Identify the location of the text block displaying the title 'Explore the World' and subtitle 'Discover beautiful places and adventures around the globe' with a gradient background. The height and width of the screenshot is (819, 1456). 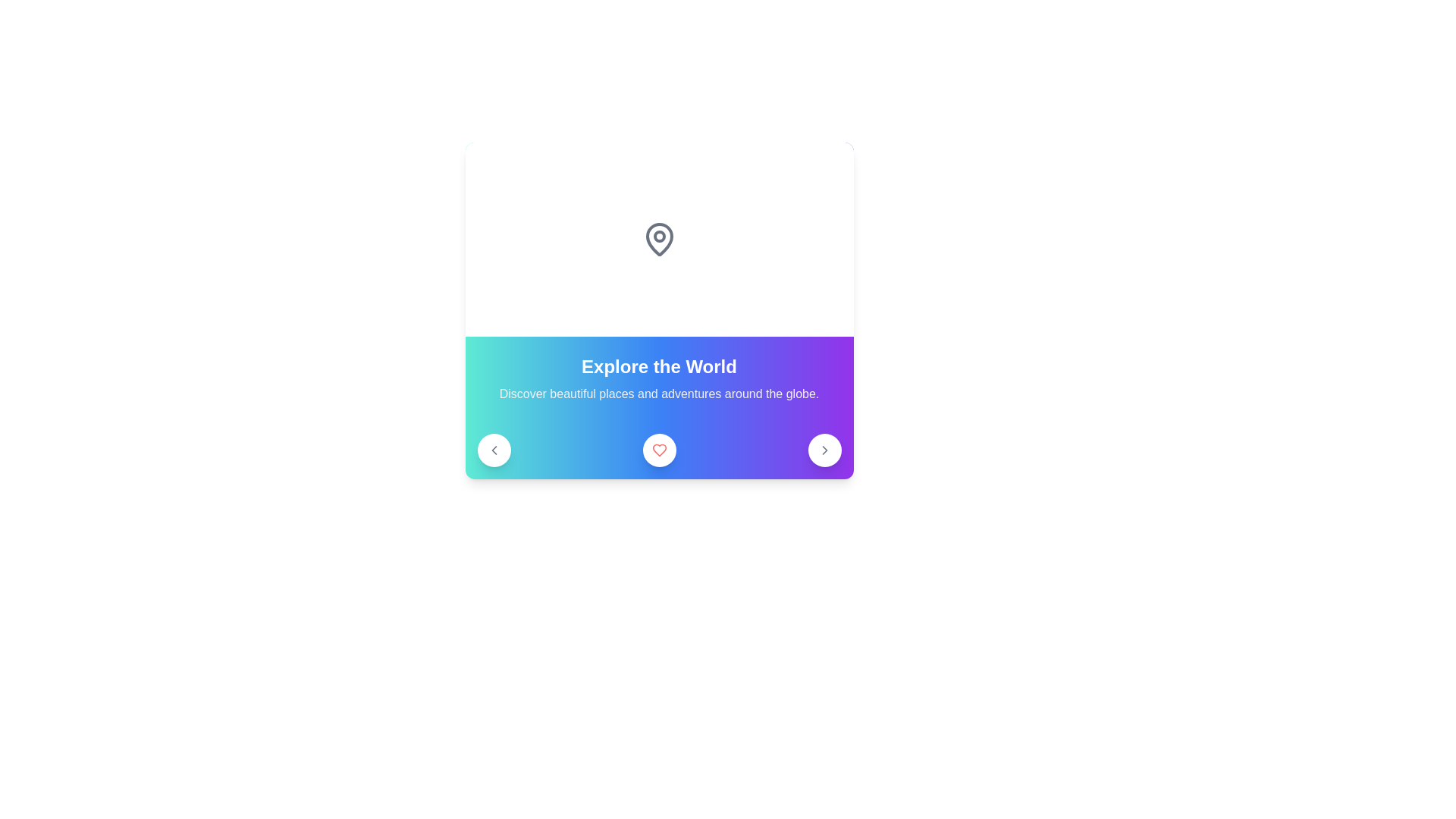
(659, 378).